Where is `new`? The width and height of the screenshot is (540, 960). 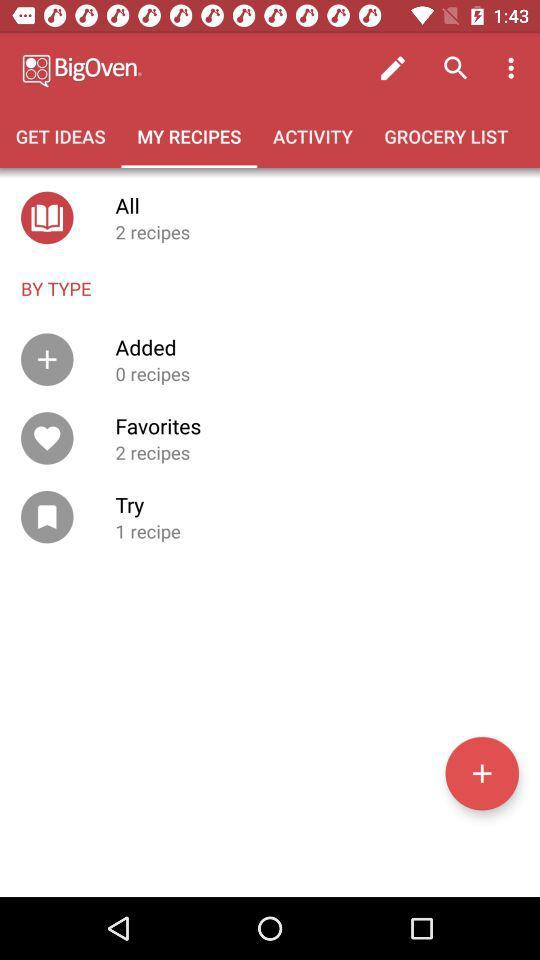 new is located at coordinates (481, 772).